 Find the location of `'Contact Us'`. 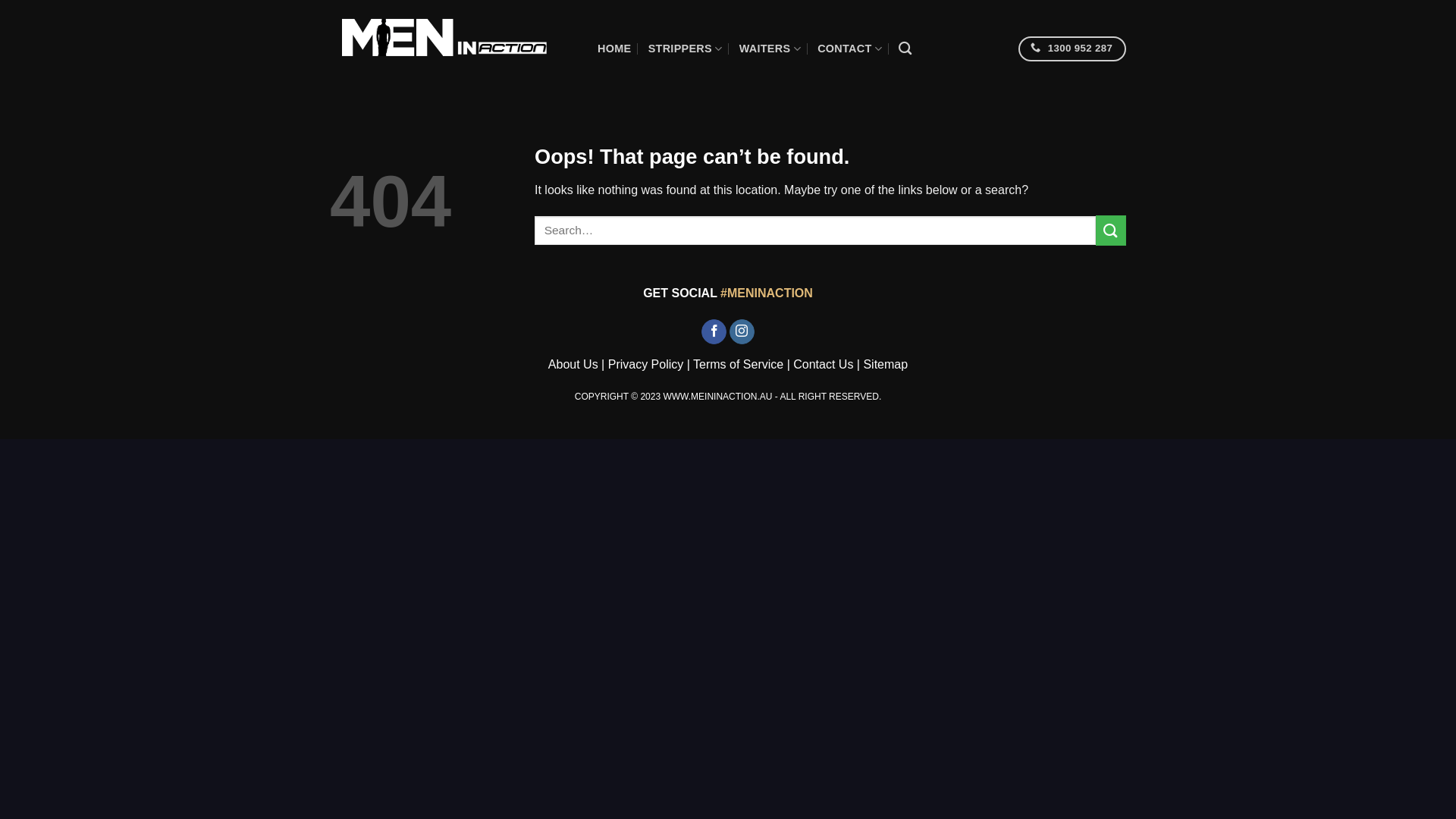

'Contact Us' is located at coordinates (822, 364).